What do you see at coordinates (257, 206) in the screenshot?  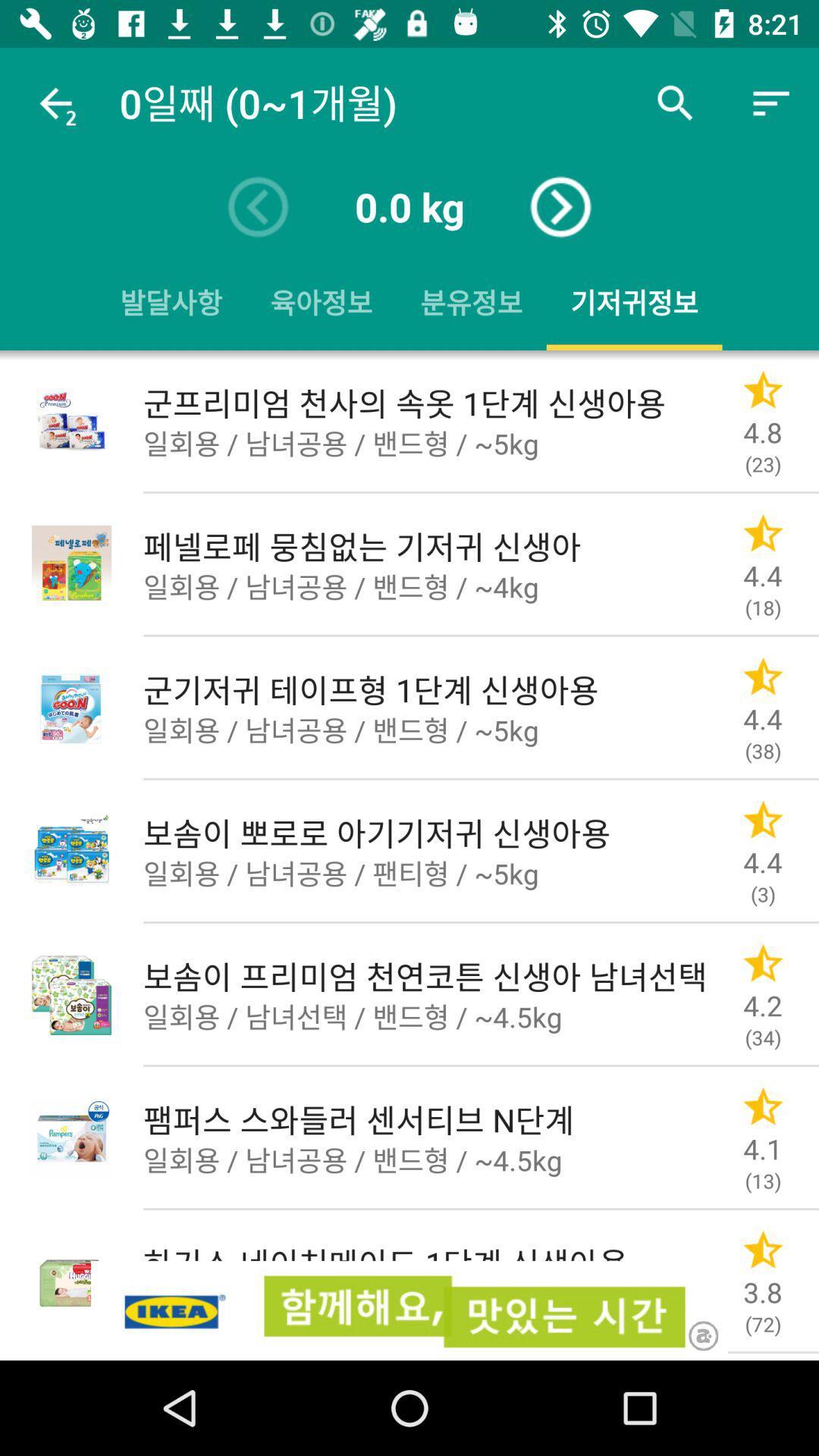 I see `the arrow_backward icon` at bounding box center [257, 206].